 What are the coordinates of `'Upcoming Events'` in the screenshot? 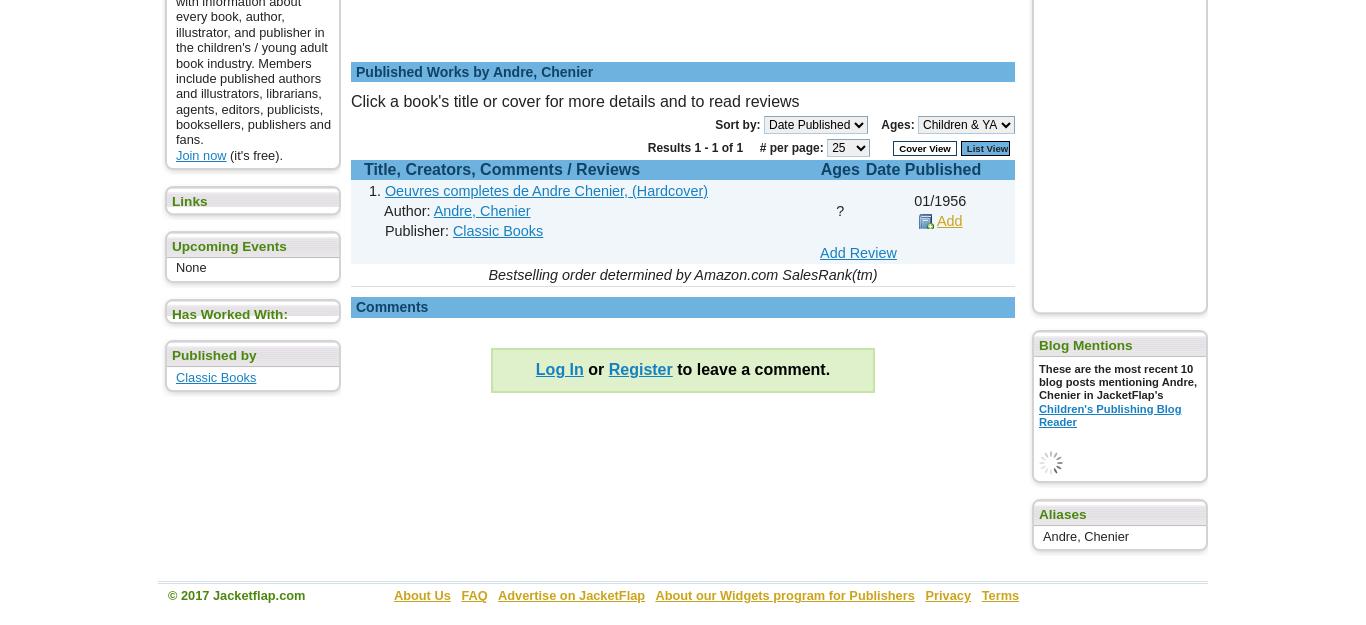 It's located at (228, 245).